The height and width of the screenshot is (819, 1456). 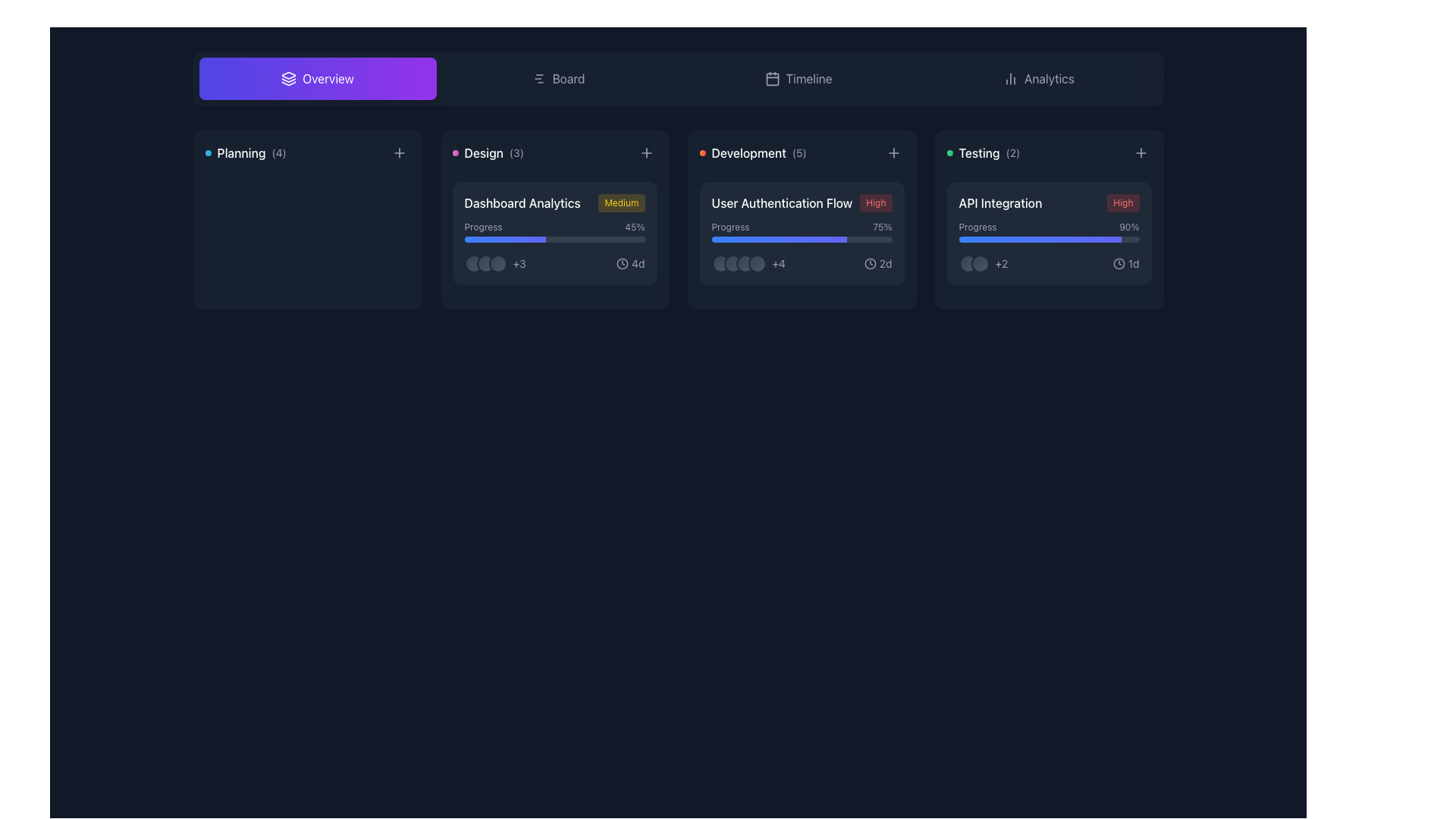 What do you see at coordinates (1048, 231) in the screenshot?
I see `the progress bar element labeled 'Progress' that displays '90%' completion, located in the 'API Integration' card with 'High' priority` at bounding box center [1048, 231].